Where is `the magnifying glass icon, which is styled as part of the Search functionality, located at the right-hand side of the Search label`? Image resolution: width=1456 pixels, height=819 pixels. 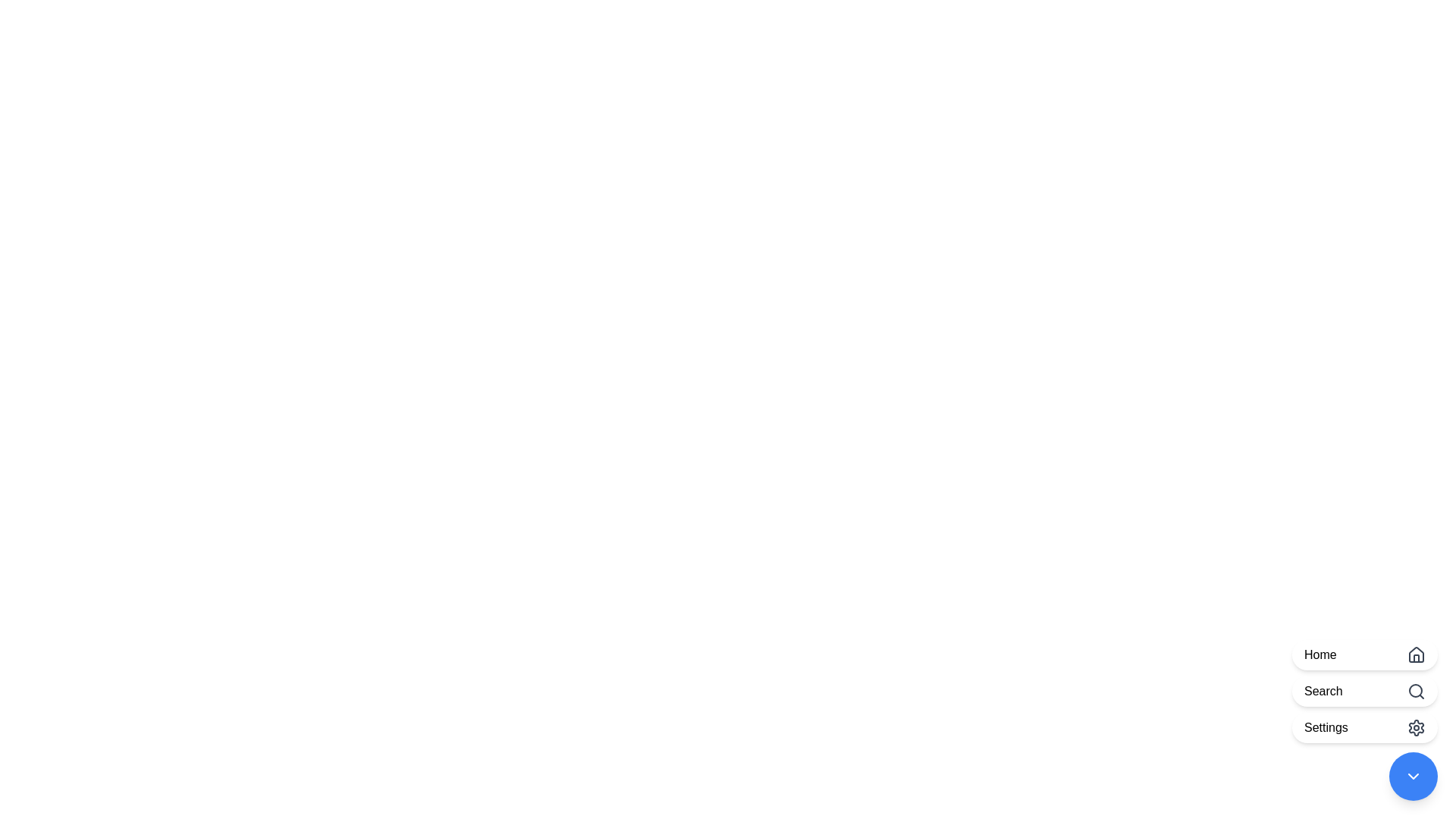 the magnifying glass icon, which is styled as part of the Search functionality, located at the right-hand side of the Search label is located at coordinates (1415, 691).